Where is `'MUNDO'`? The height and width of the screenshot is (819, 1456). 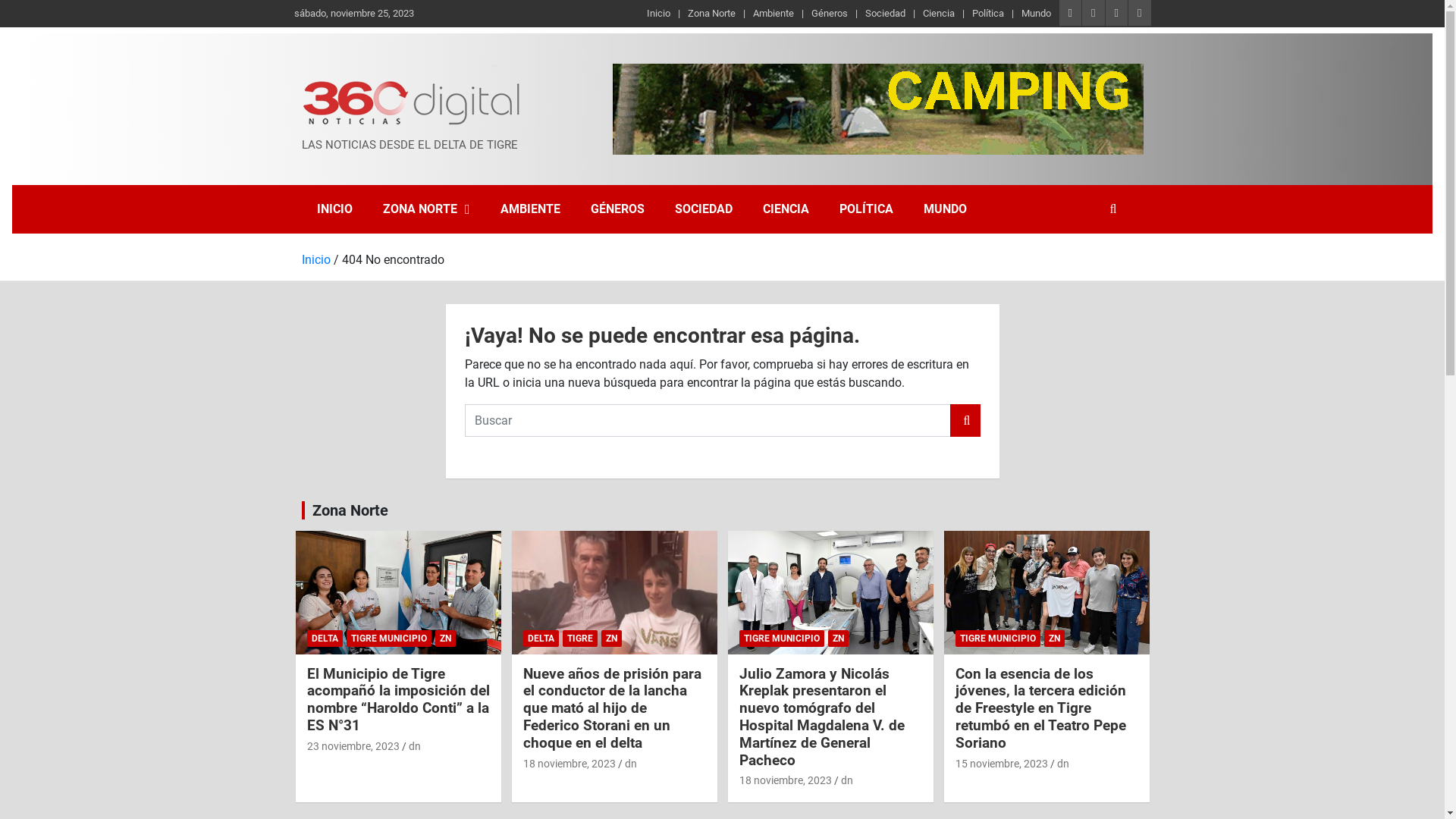 'MUNDO' is located at coordinates (908, 209).